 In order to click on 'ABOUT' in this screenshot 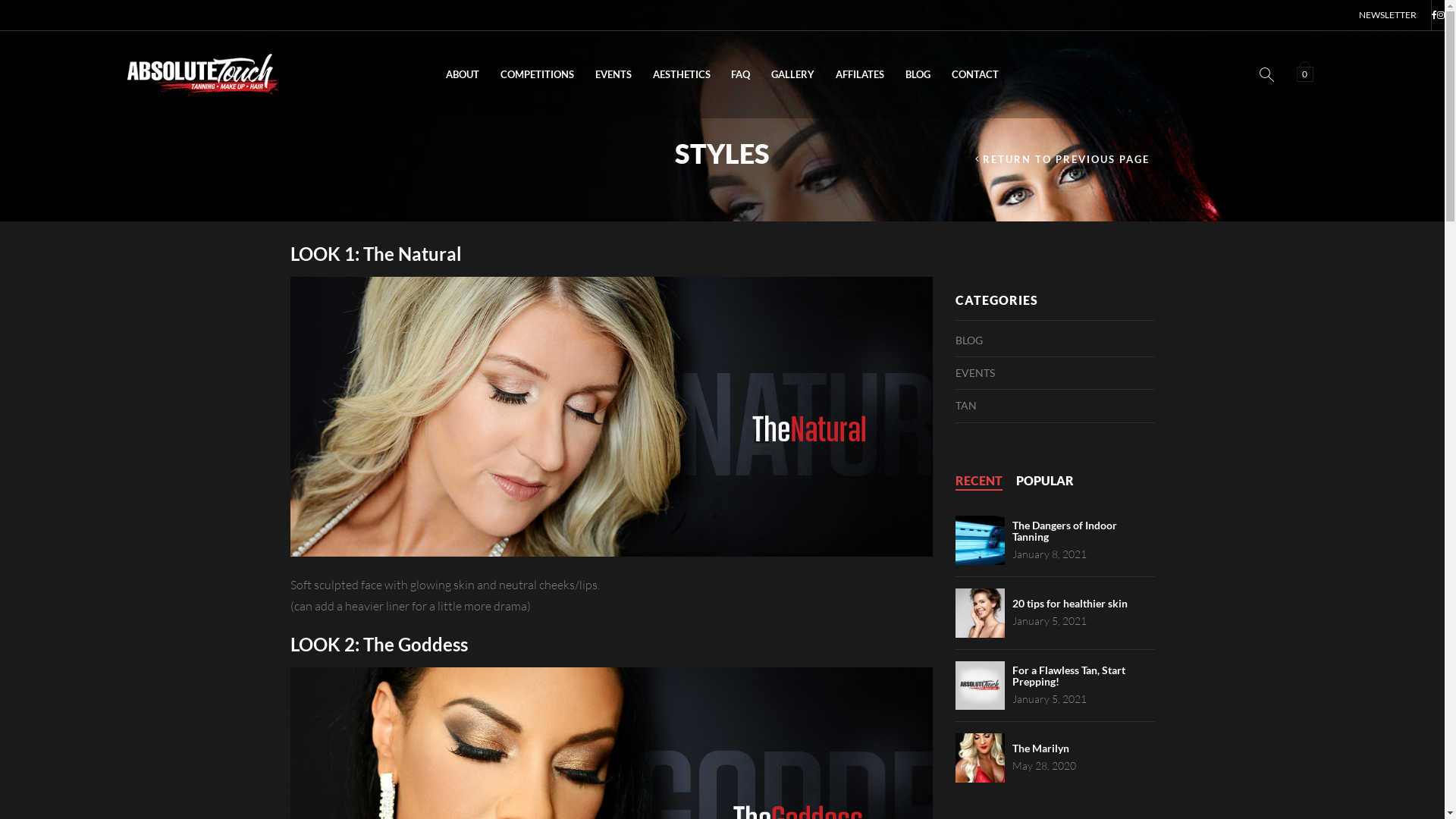, I will do `click(461, 74)`.